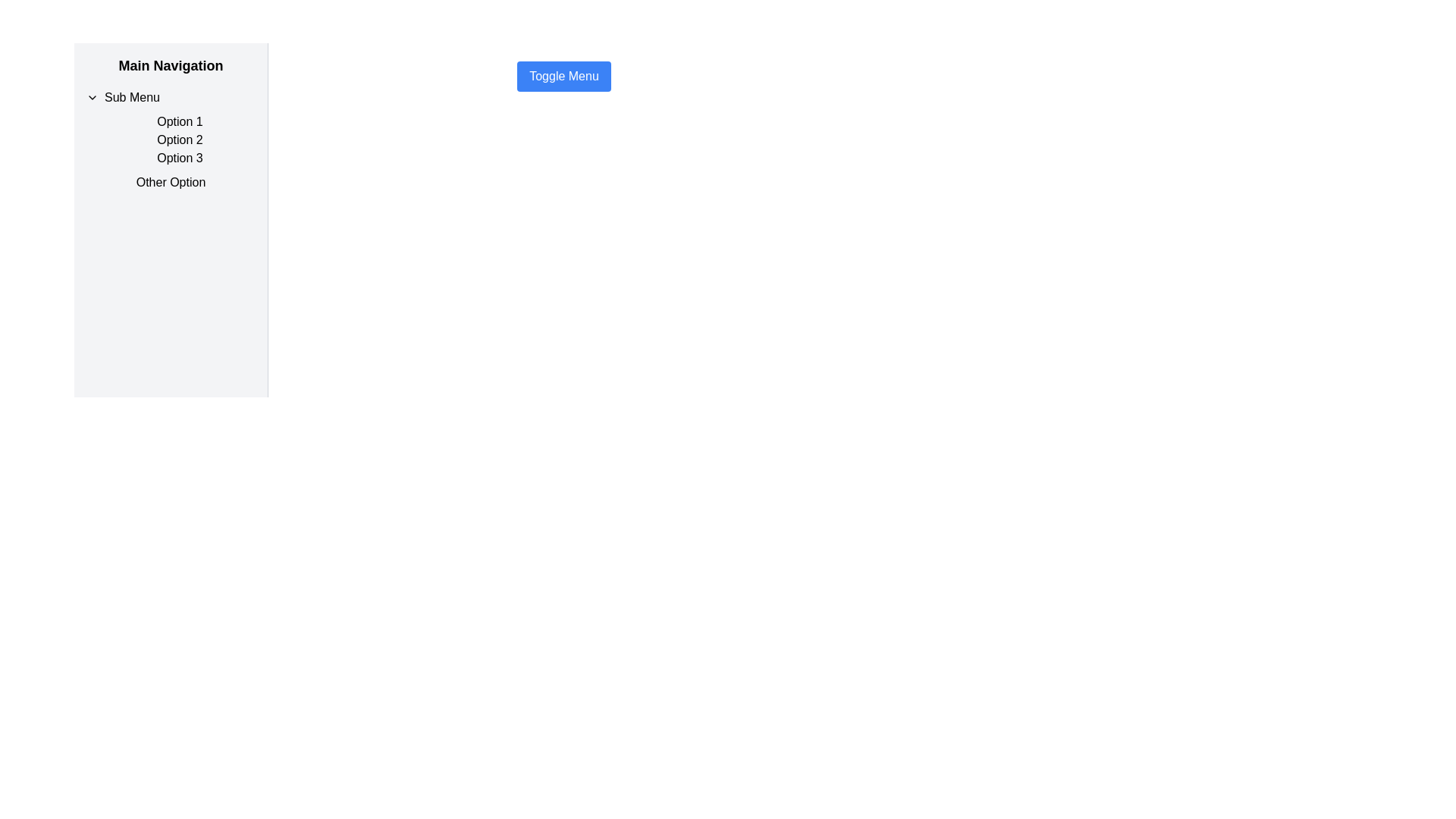  What do you see at coordinates (171, 97) in the screenshot?
I see `the first button in the 'Sub Menu' section` at bounding box center [171, 97].